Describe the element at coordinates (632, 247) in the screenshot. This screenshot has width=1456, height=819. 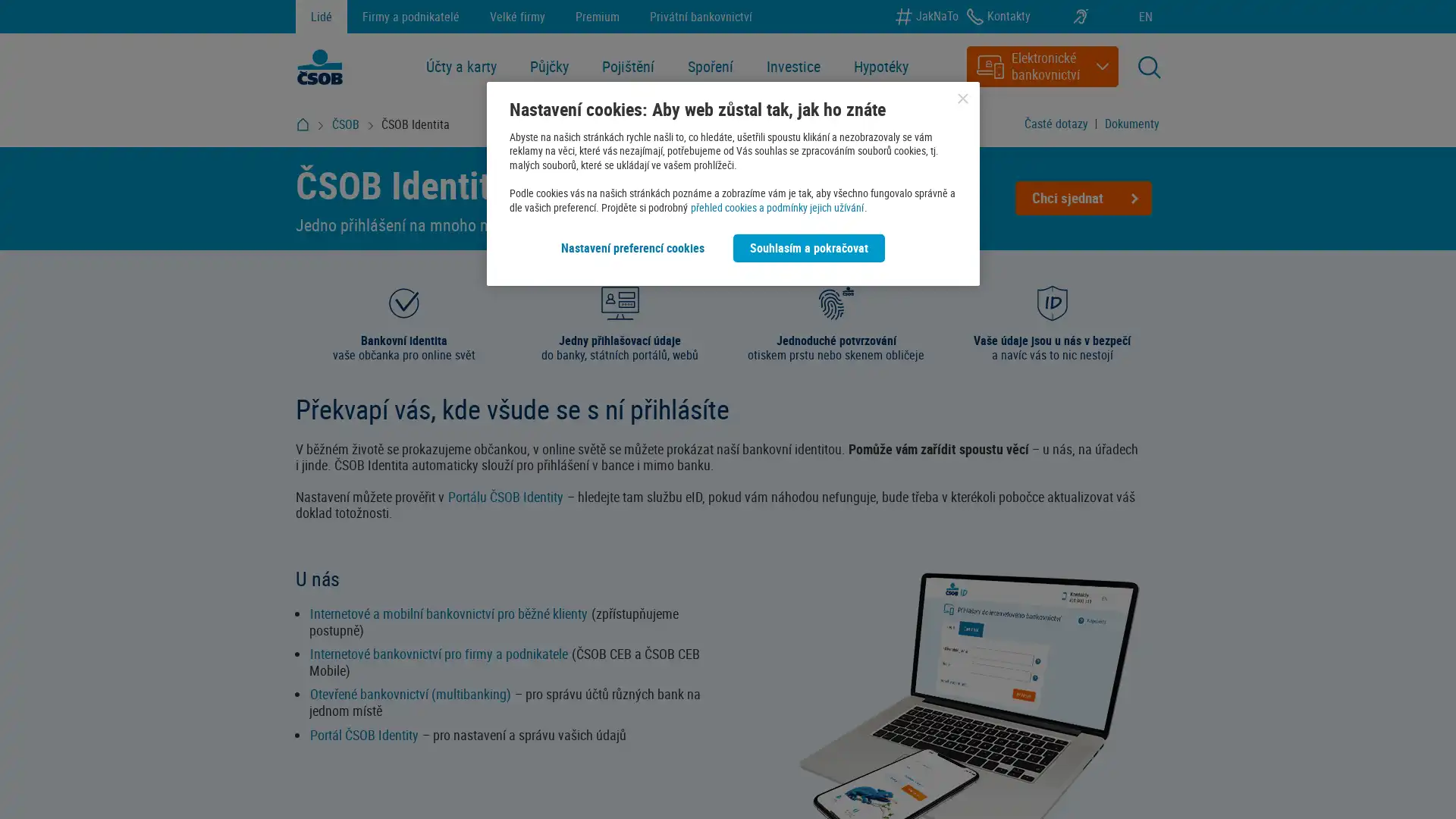
I see `Nastaveni preferenci cookies` at that location.